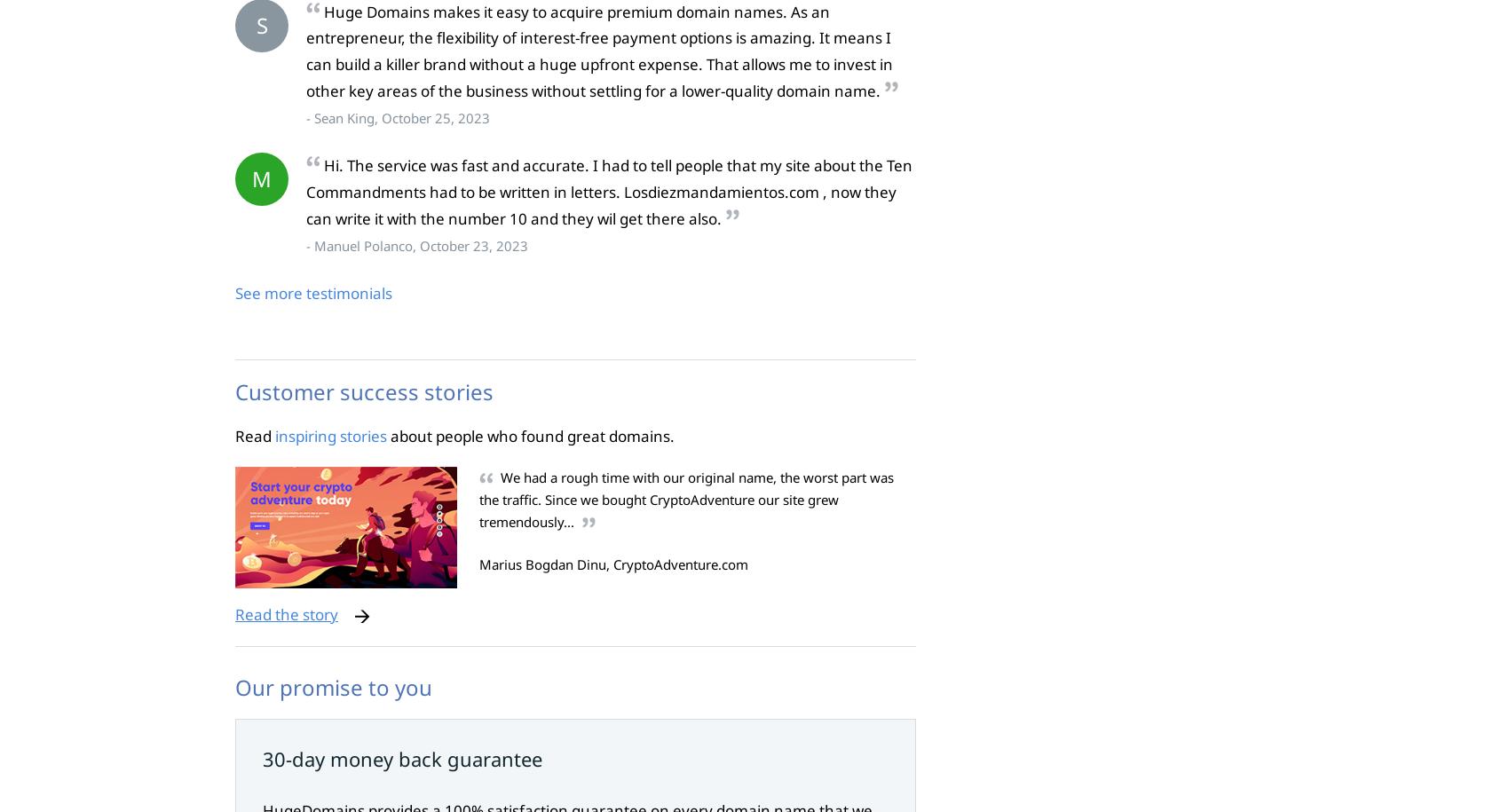 The height and width of the screenshot is (812, 1509). I want to click on 'Our promise to you', so click(333, 685).